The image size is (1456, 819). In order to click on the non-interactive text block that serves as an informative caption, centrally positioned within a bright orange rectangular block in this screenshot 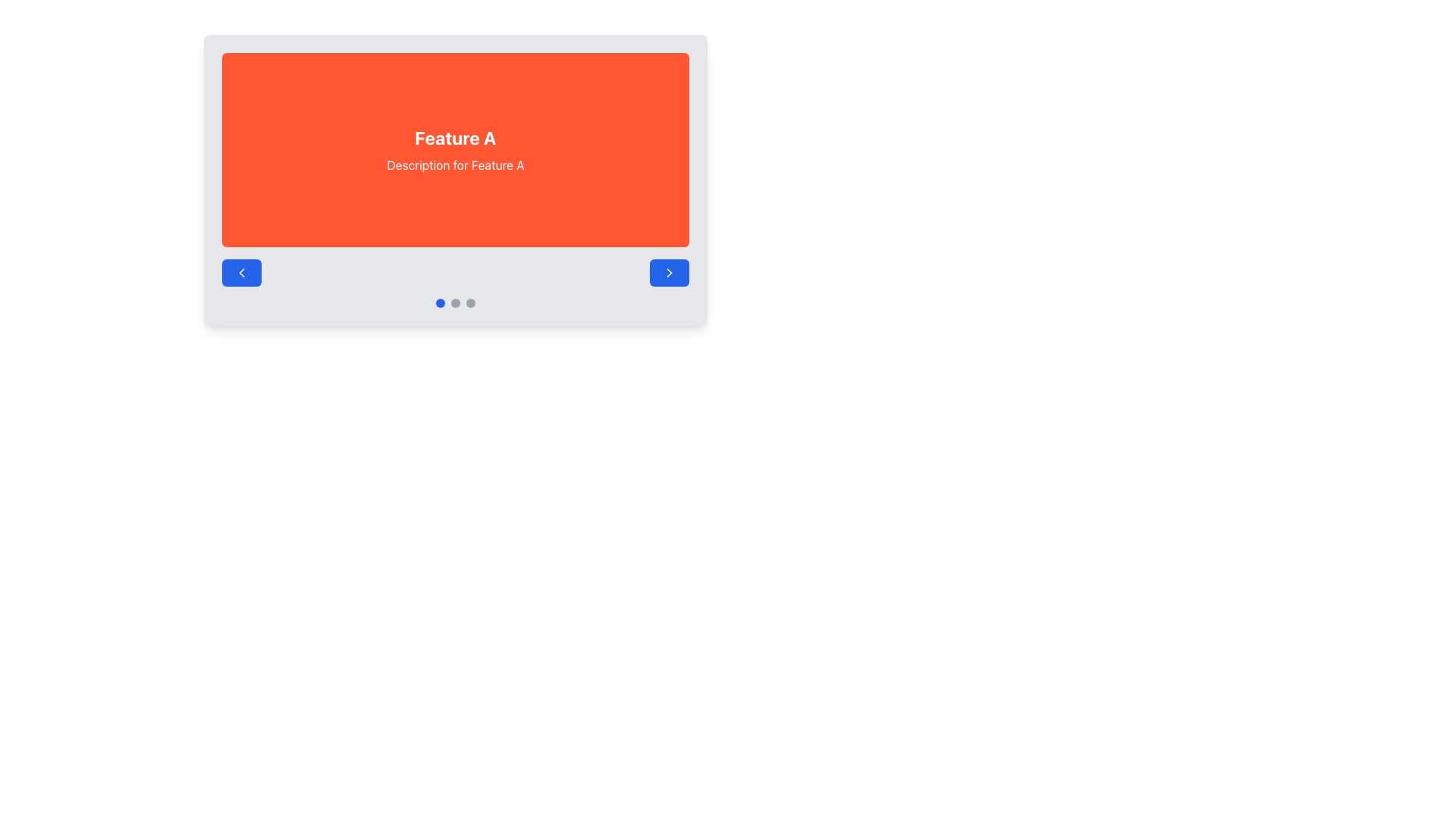, I will do `click(454, 149)`.